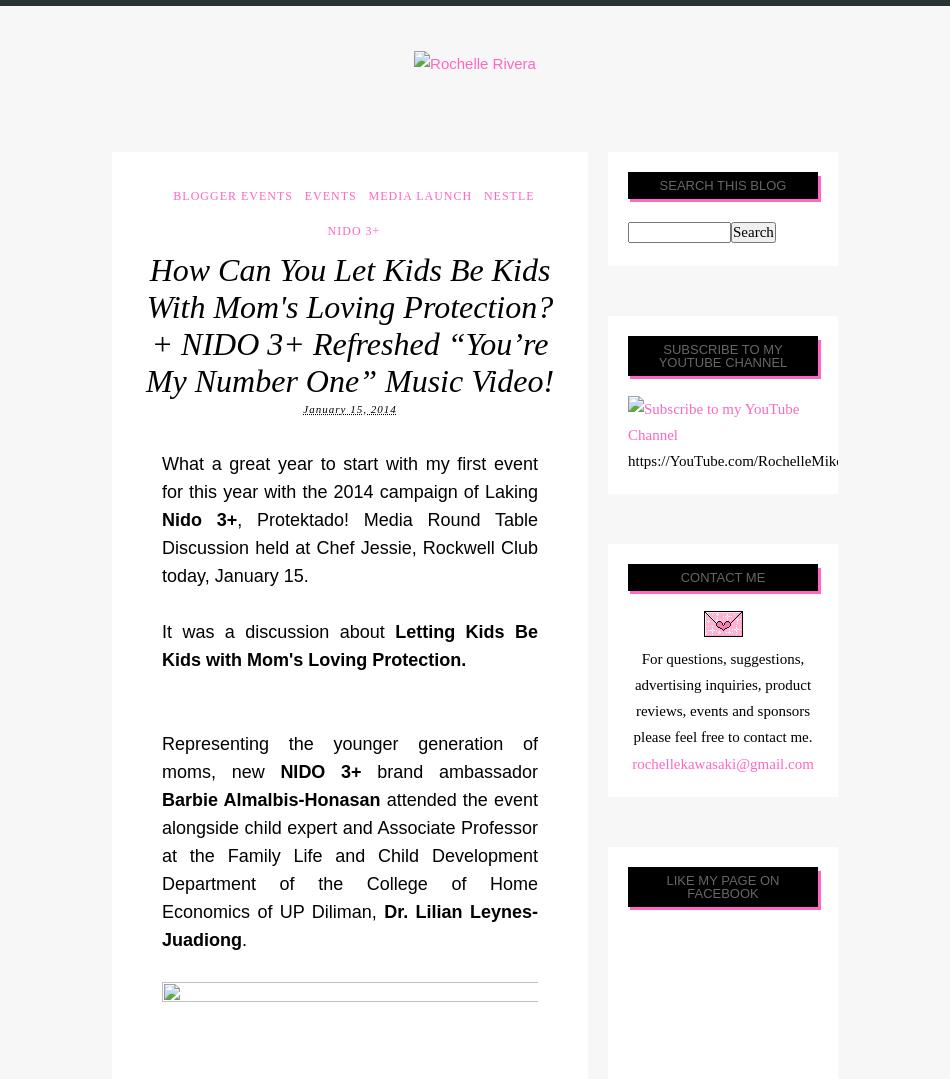 The image size is (950, 1079). Describe the element at coordinates (246, 939) in the screenshot. I see `'.'` at that location.